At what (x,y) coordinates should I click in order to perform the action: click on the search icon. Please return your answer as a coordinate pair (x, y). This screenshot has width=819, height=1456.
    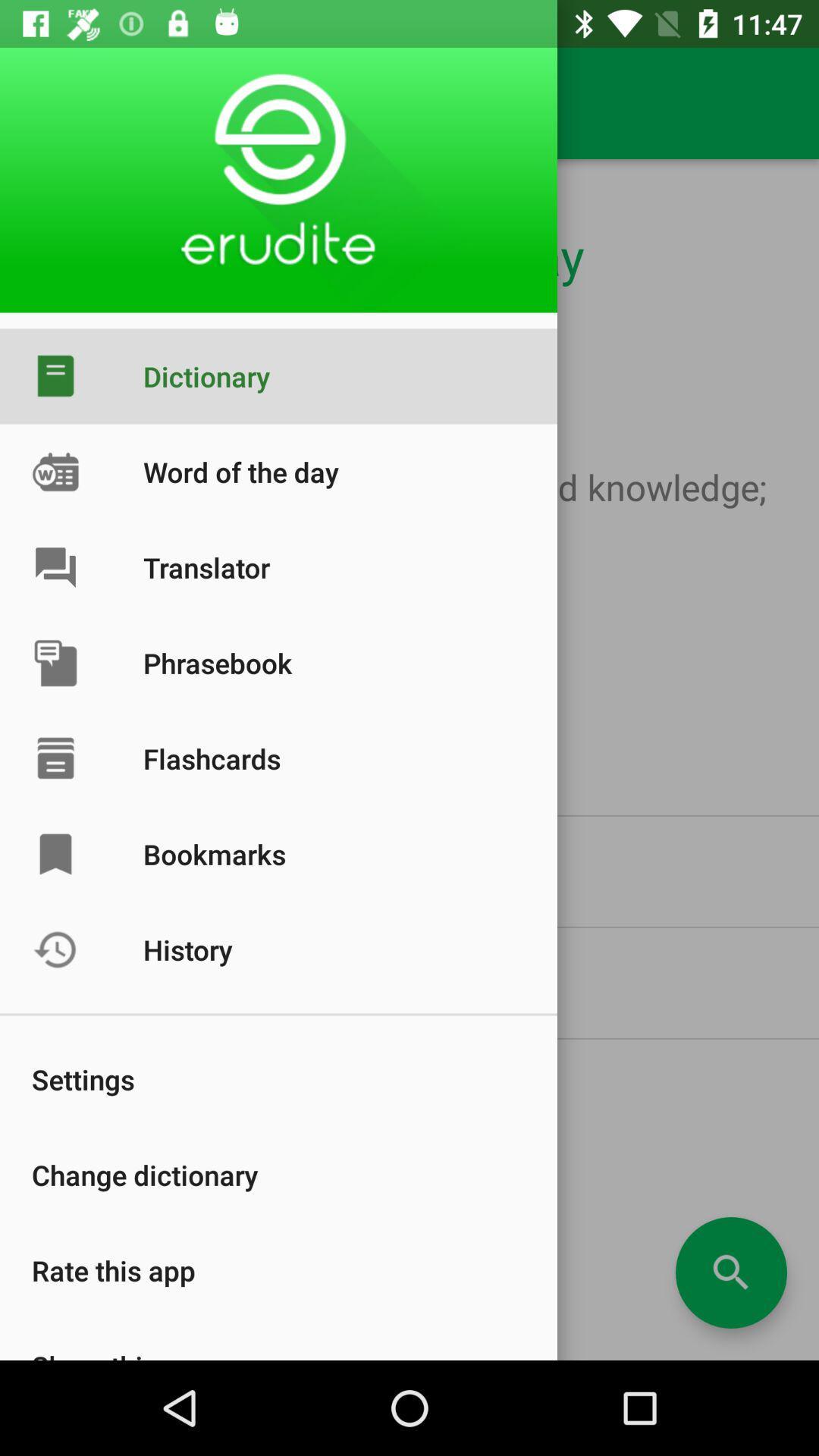
    Looking at the image, I should click on (730, 1272).